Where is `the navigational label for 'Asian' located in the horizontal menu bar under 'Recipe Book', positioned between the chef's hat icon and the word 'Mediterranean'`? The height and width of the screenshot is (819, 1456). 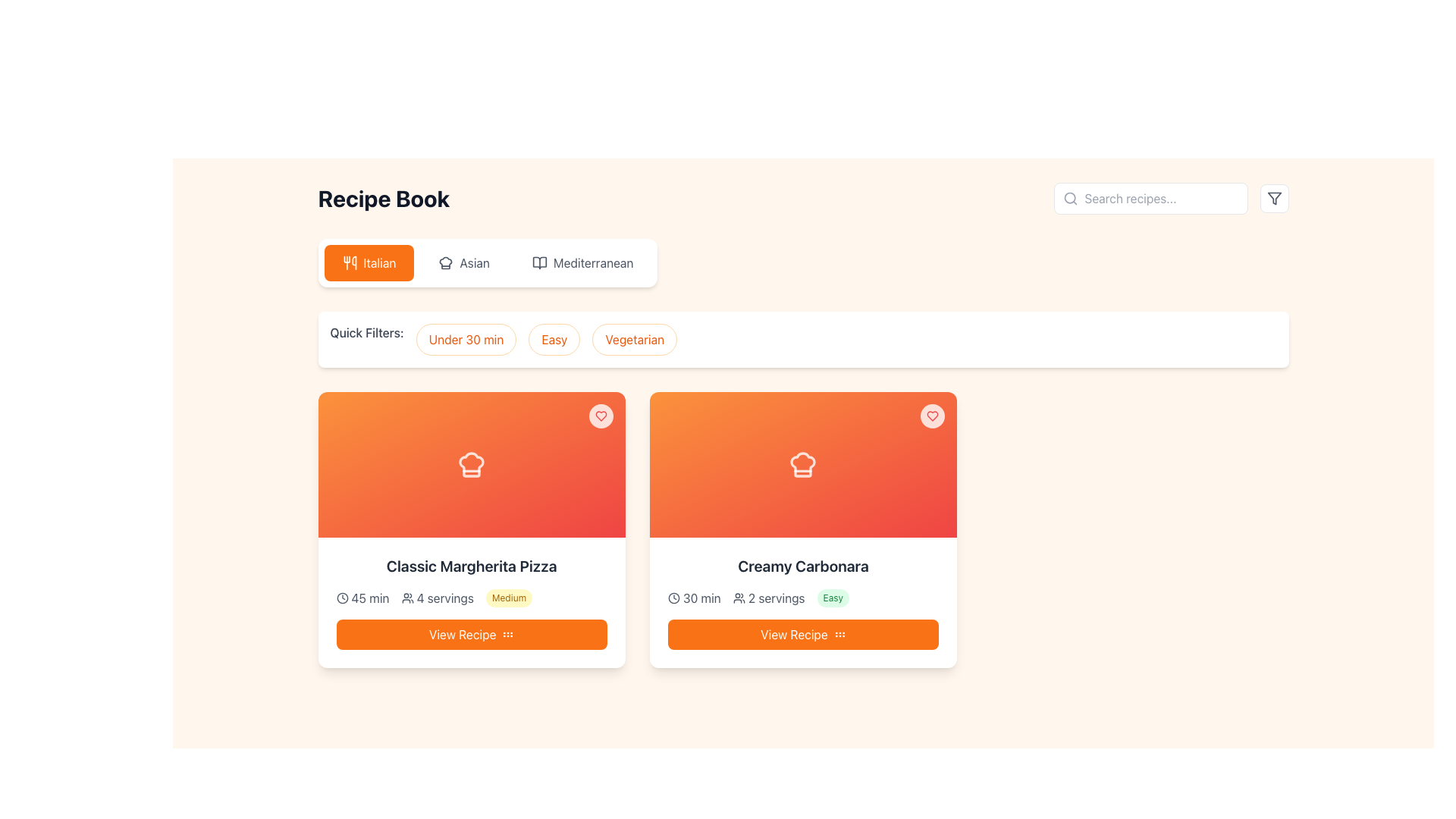 the navigational label for 'Asian' located in the horizontal menu bar under 'Recipe Book', positioned between the chef's hat icon and the word 'Mediterranean' is located at coordinates (474, 262).